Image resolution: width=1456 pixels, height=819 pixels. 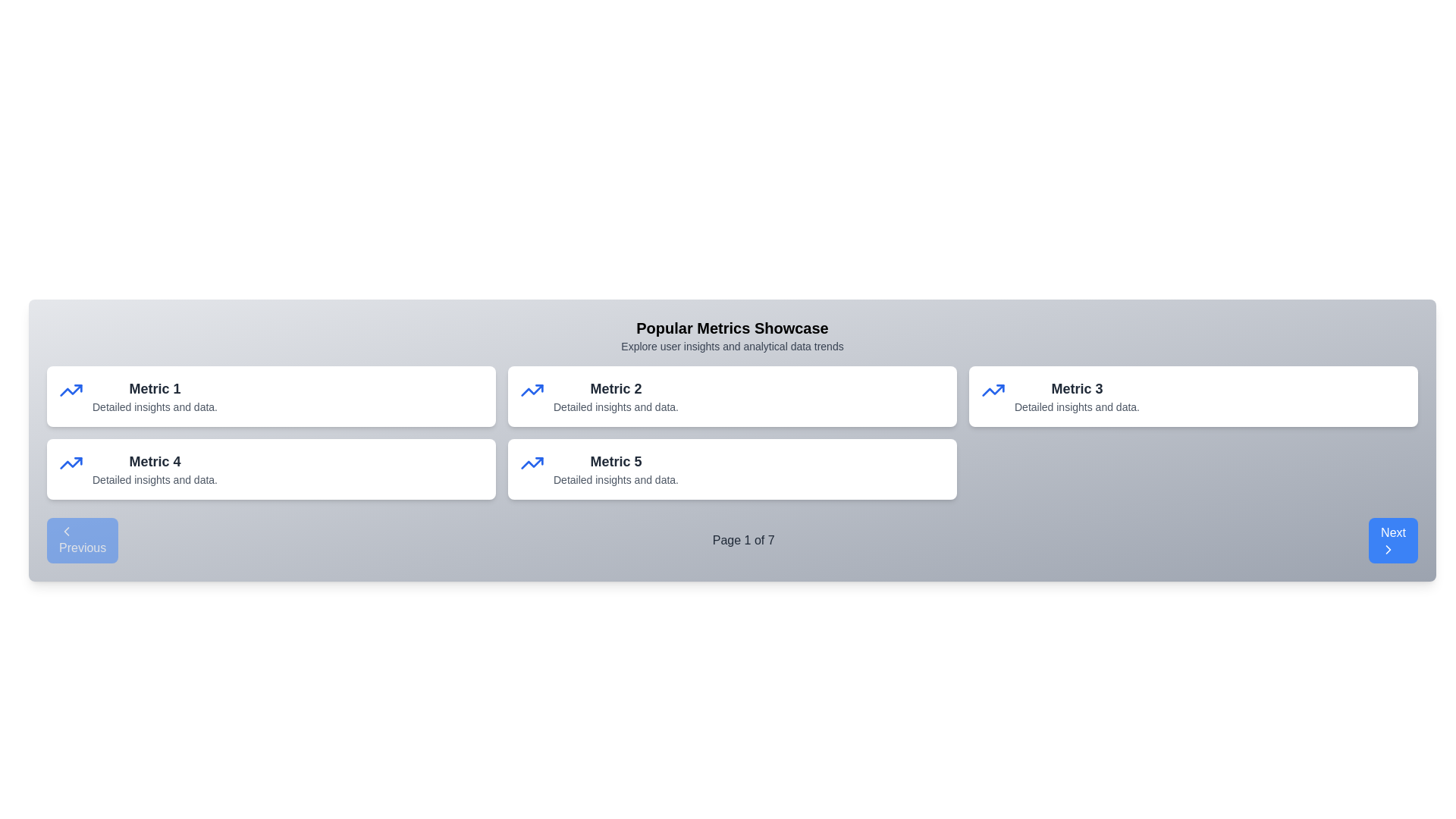 What do you see at coordinates (155, 388) in the screenshot?
I see `the text in the Text Label that serves as a title for the metric, located in the first column of the first row within the grid layout, above the text 'Detailed insights and data'` at bounding box center [155, 388].